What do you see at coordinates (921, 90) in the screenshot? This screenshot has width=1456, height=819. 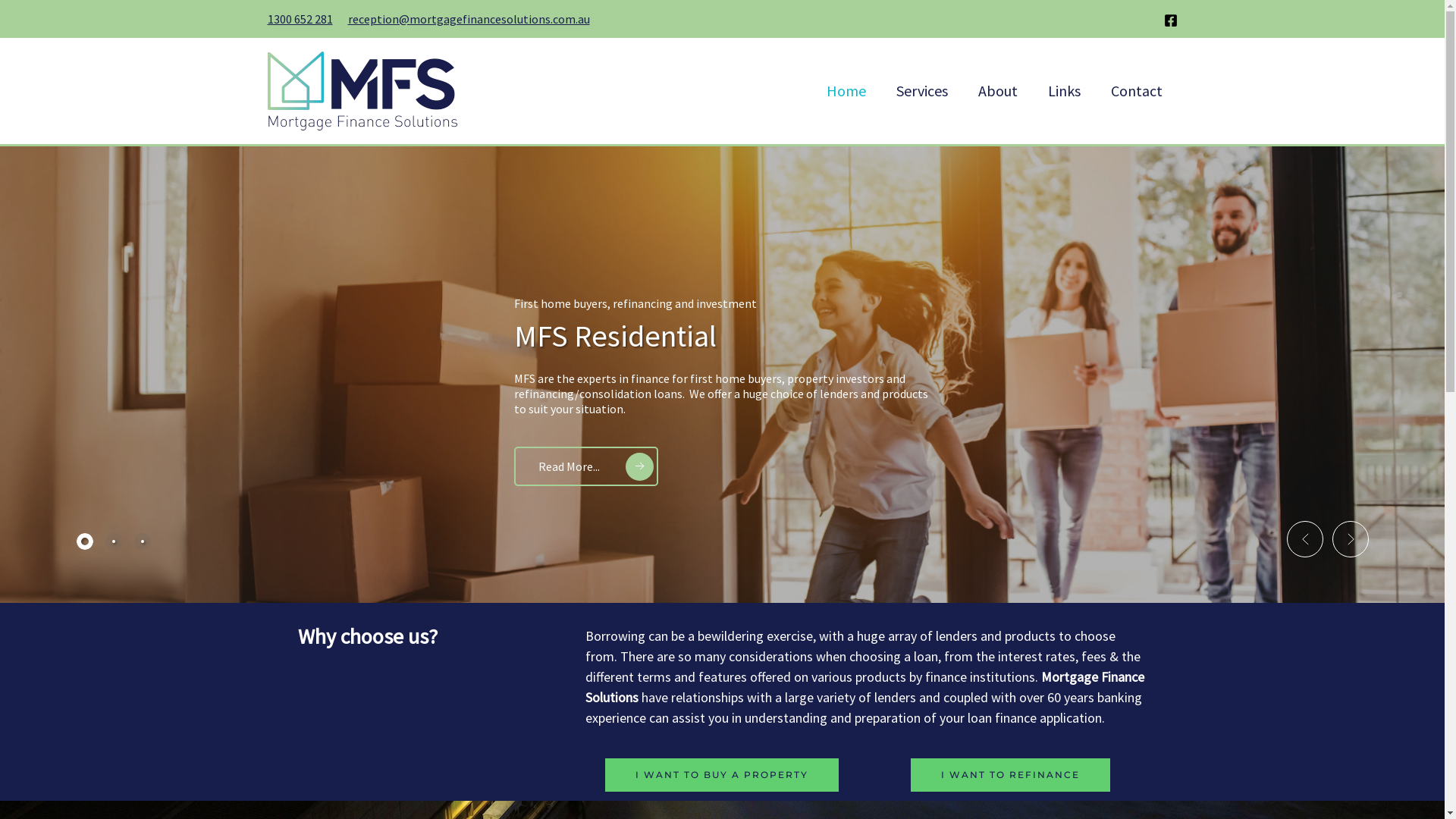 I see `'Services'` at bounding box center [921, 90].